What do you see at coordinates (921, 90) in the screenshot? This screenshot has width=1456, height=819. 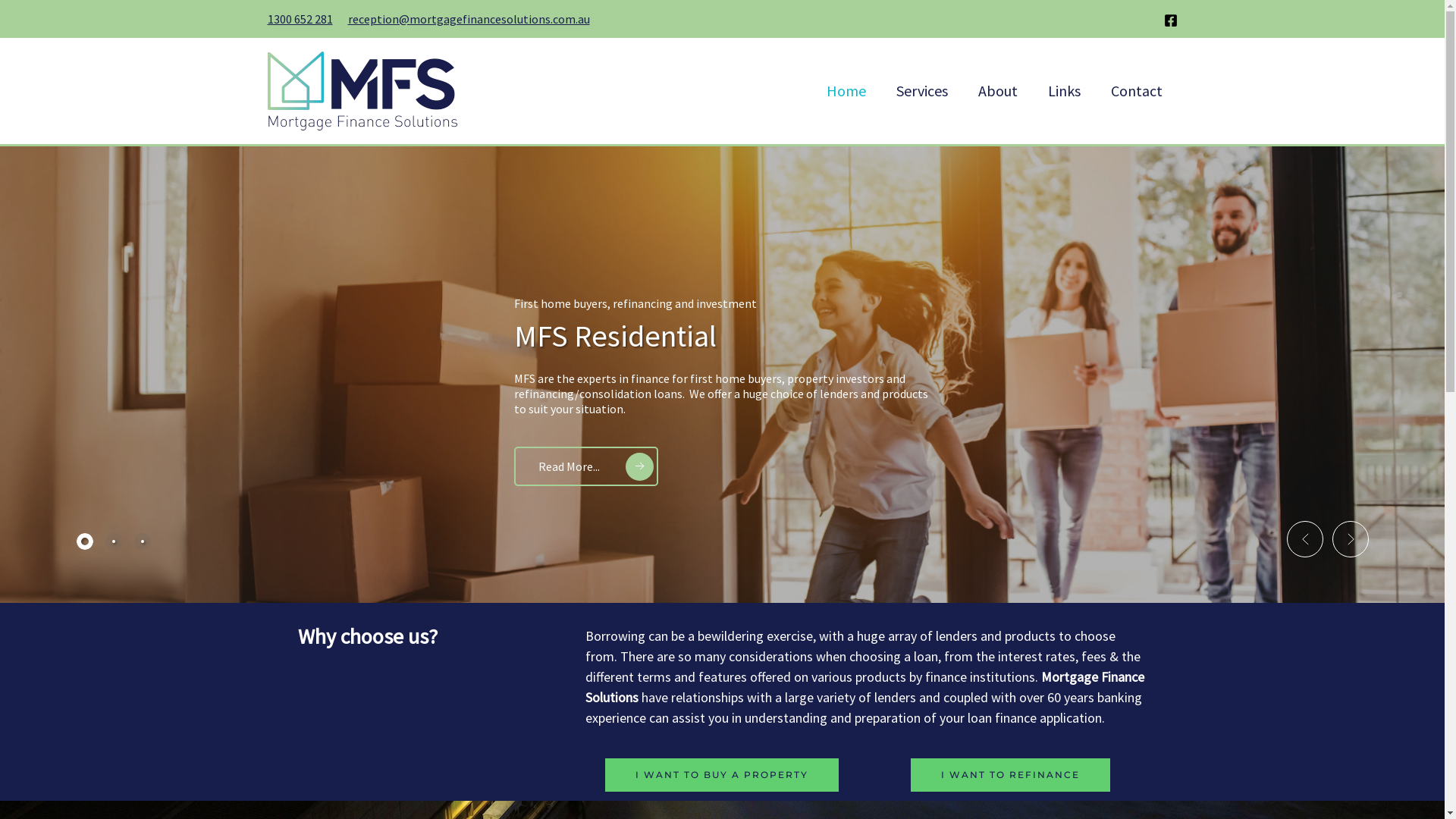 I see `'Services'` at bounding box center [921, 90].